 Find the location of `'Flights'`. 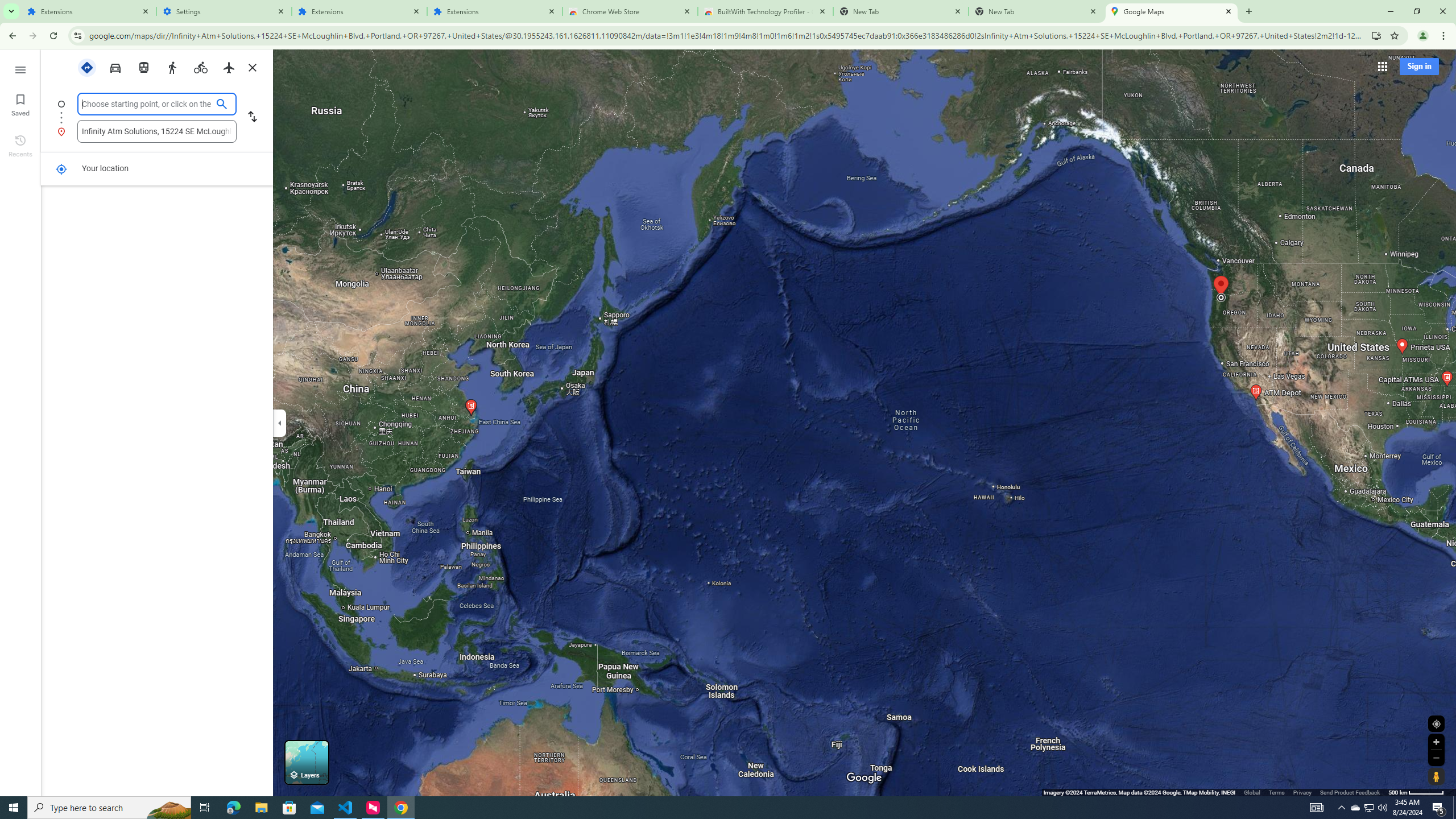

'Flights' is located at coordinates (229, 67).